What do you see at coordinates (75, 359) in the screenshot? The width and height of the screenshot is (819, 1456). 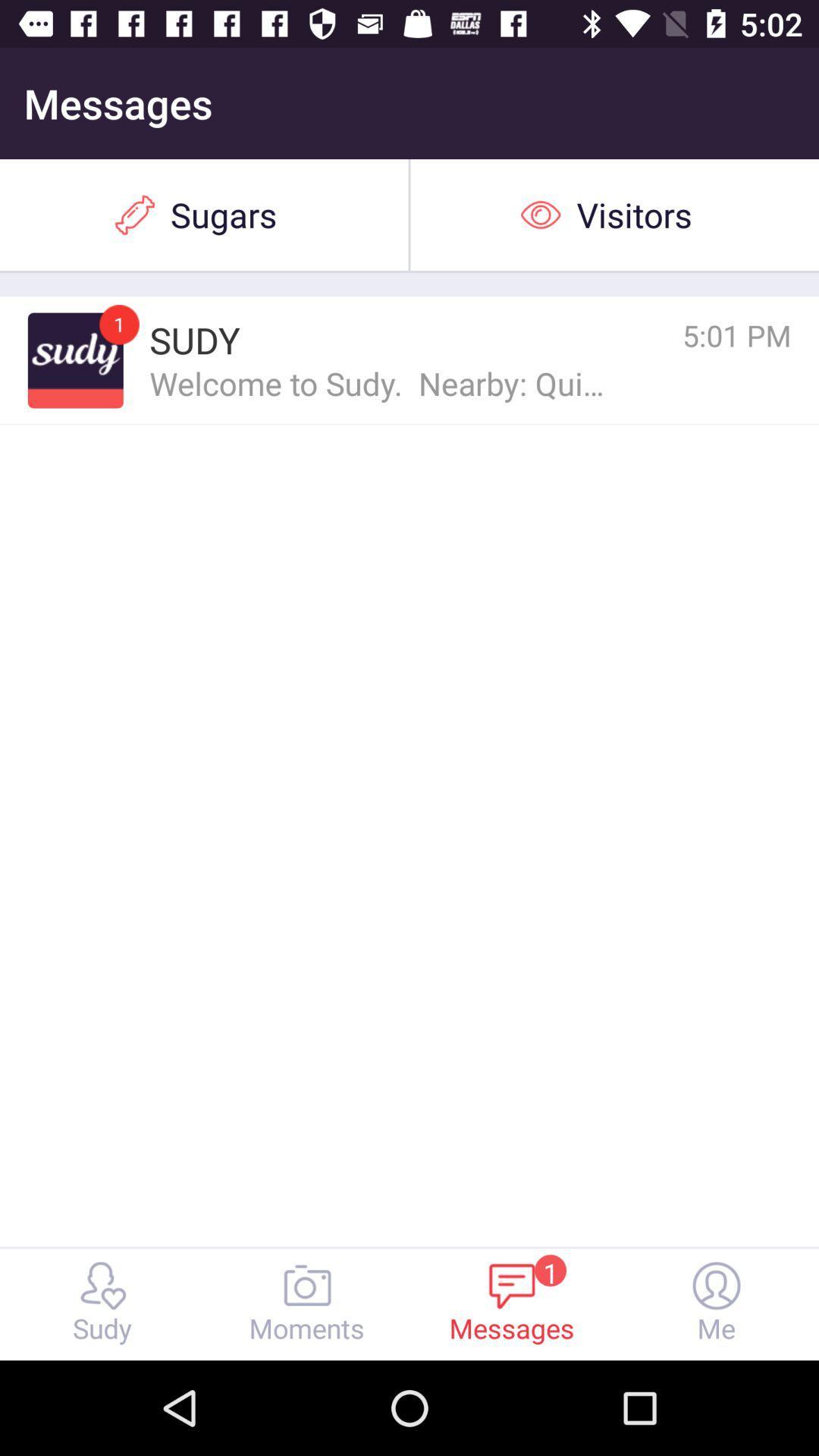 I see `the item next to sudy` at bounding box center [75, 359].